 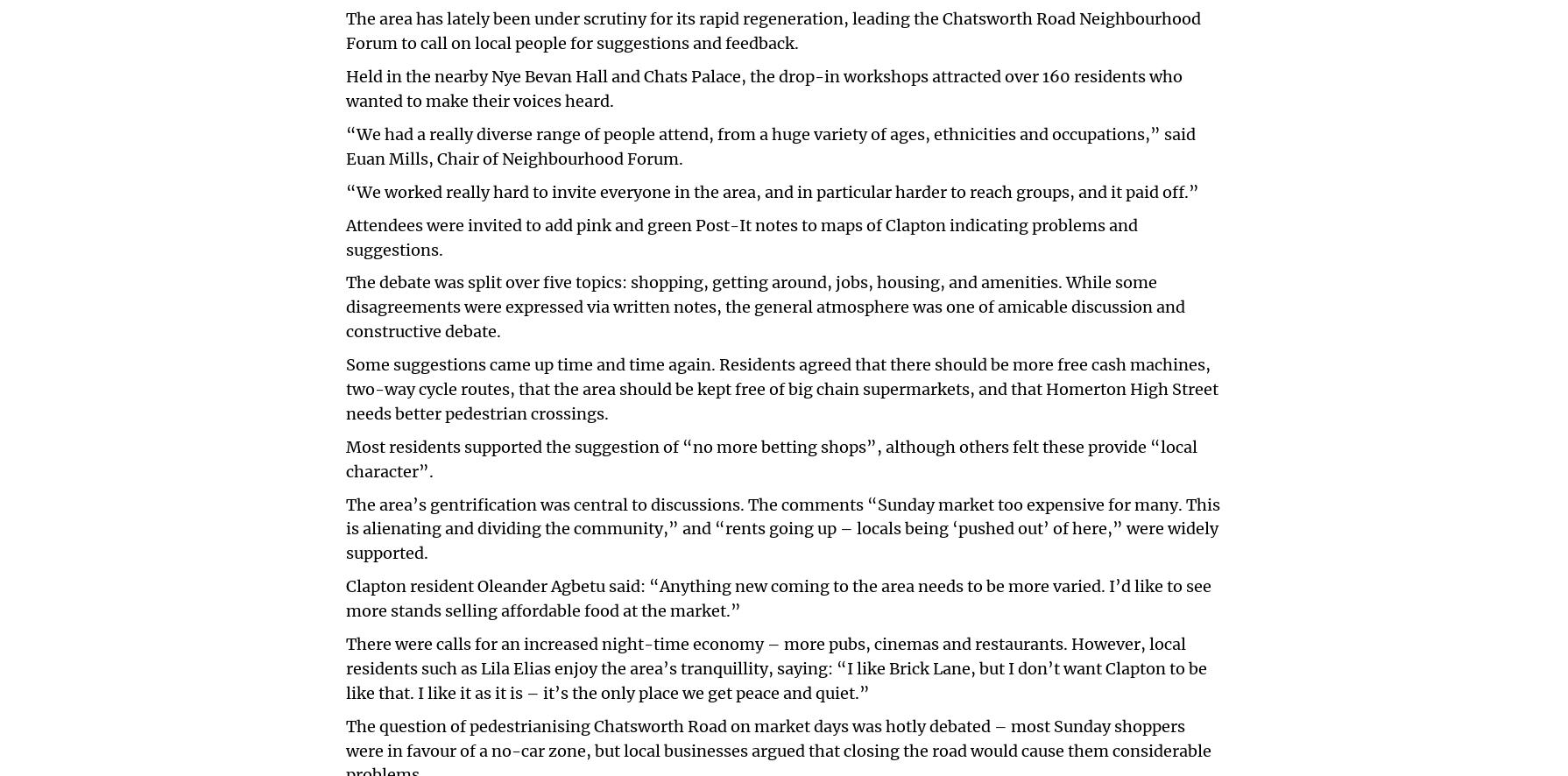 I want to click on 'The area has lately been under scrutiny for its rapid regeneration, leading the Chatsworth Road Neighbourhood Forum to call on local people for suggestions and feedback.', so click(x=773, y=31).